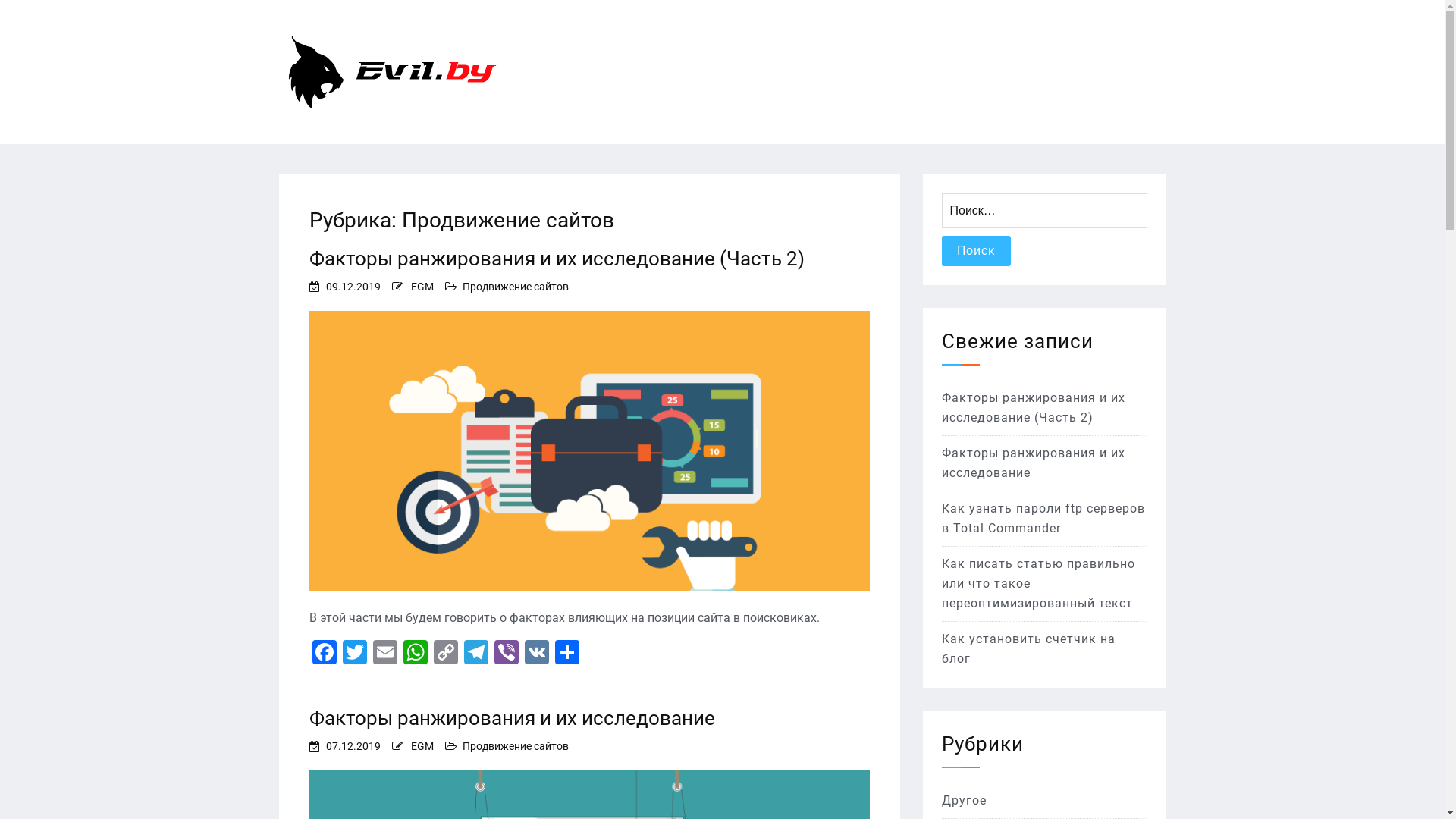 The height and width of the screenshot is (819, 1456). I want to click on 'WhatsApp', so click(400, 653).